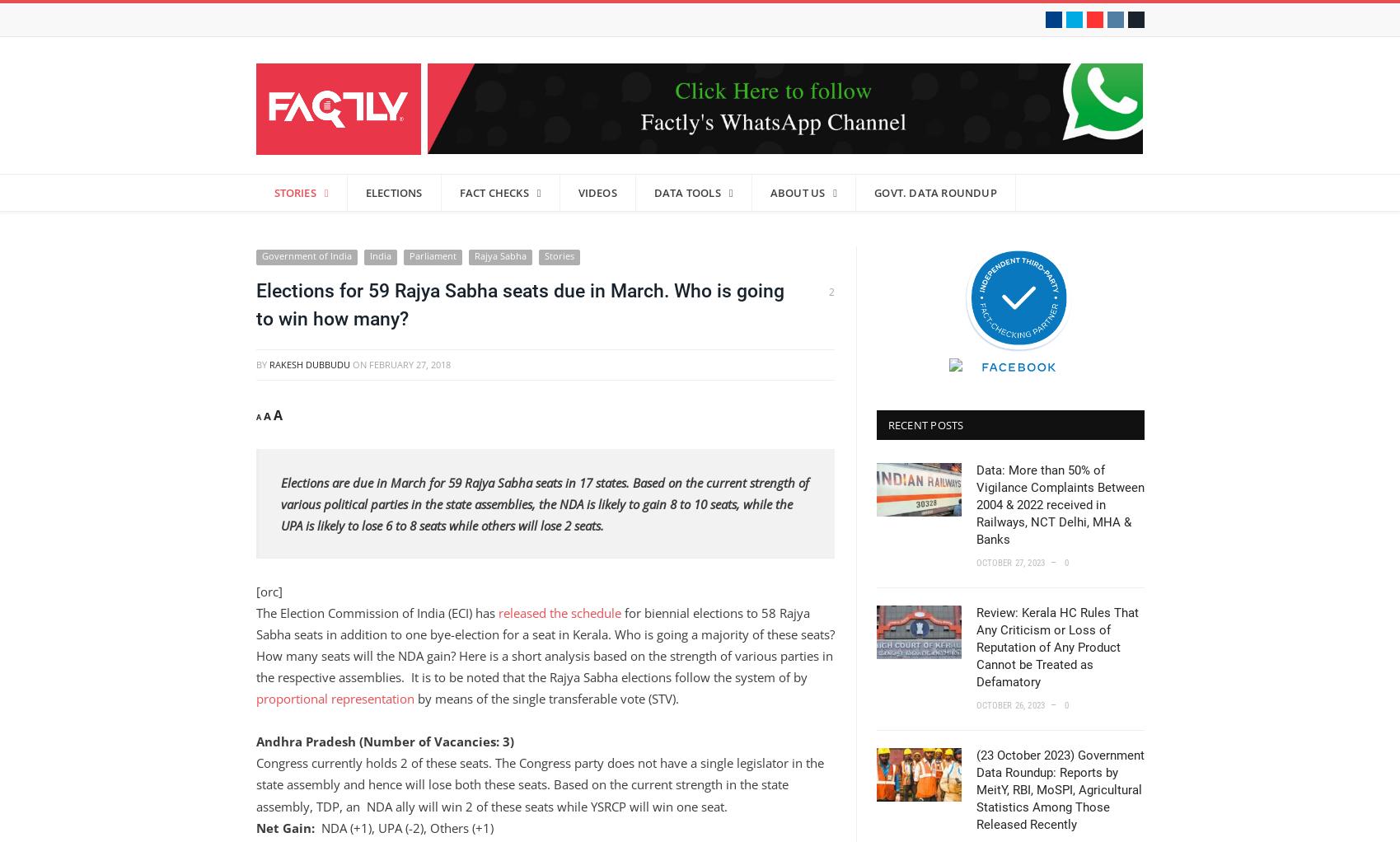 The width and height of the screenshot is (1400, 842). What do you see at coordinates (359, 363) in the screenshot?
I see `'on'` at bounding box center [359, 363].